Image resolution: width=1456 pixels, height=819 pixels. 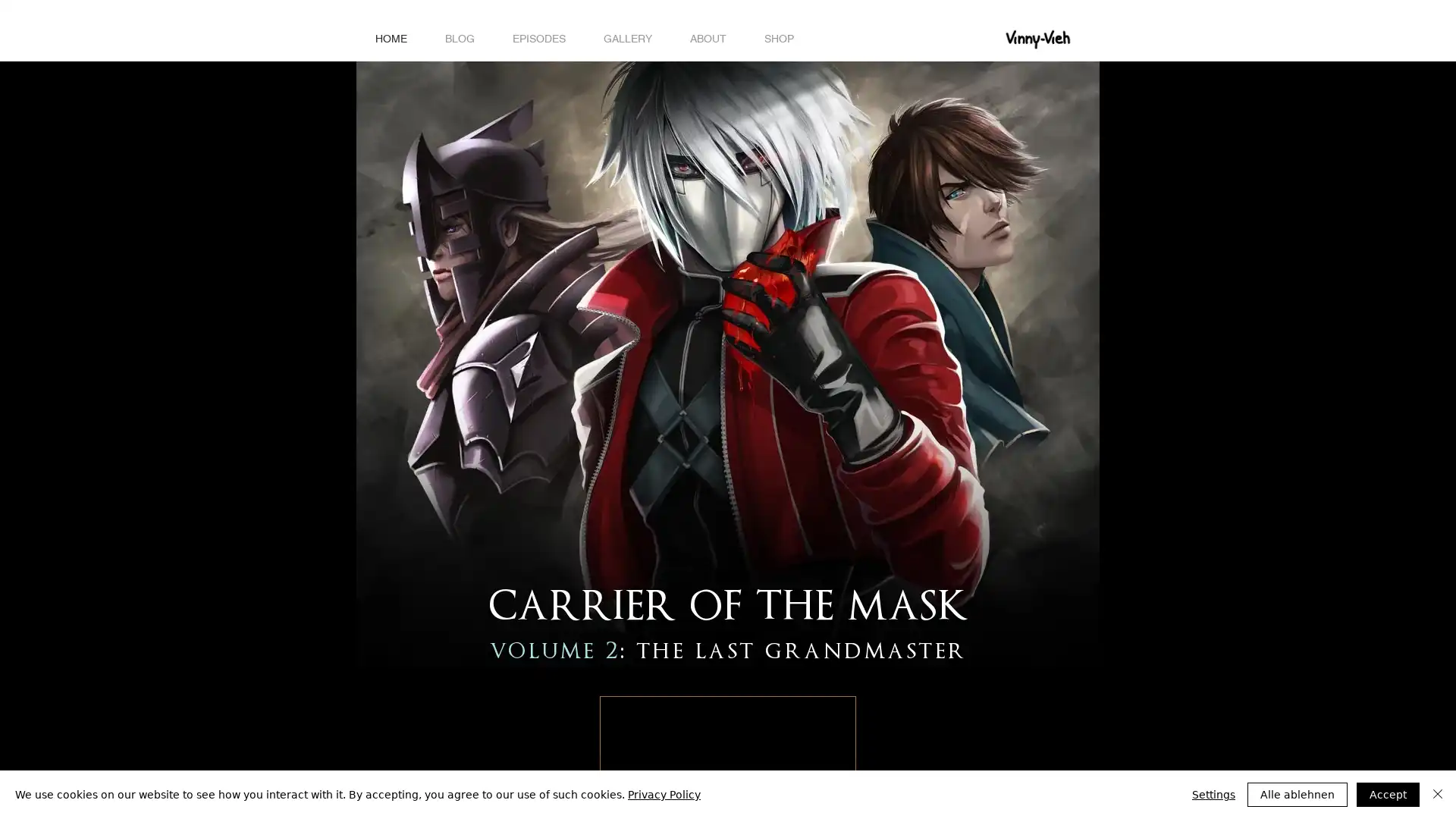 I want to click on Alle ablehnen, so click(x=1296, y=794).